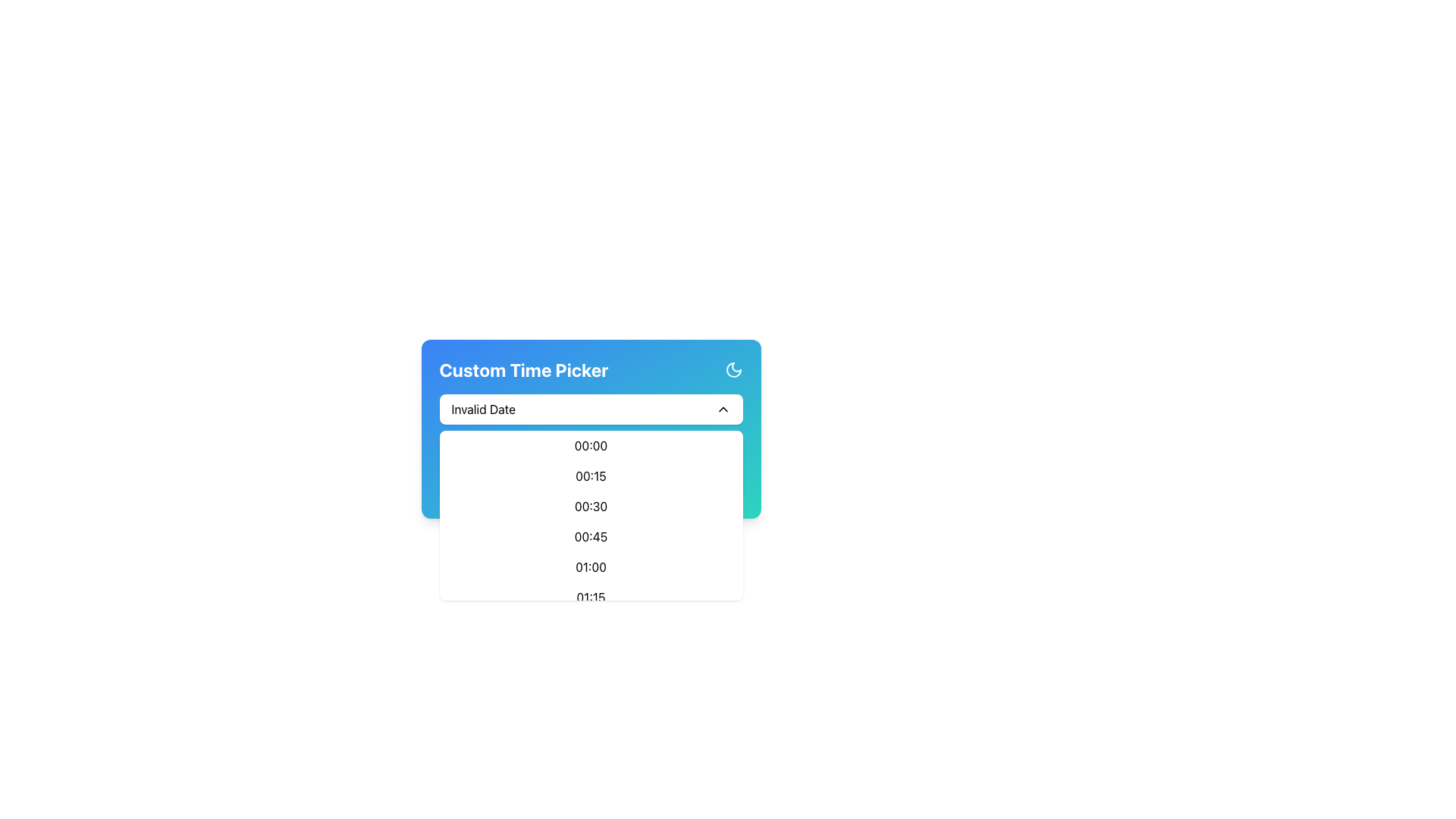 The image size is (1456, 819). What do you see at coordinates (590, 467) in the screenshot?
I see `the selectable time option in the dropdown list of the 'Custom Time Picker' component, located directly below '00:00' and above '00:30'` at bounding box center [590, 467].